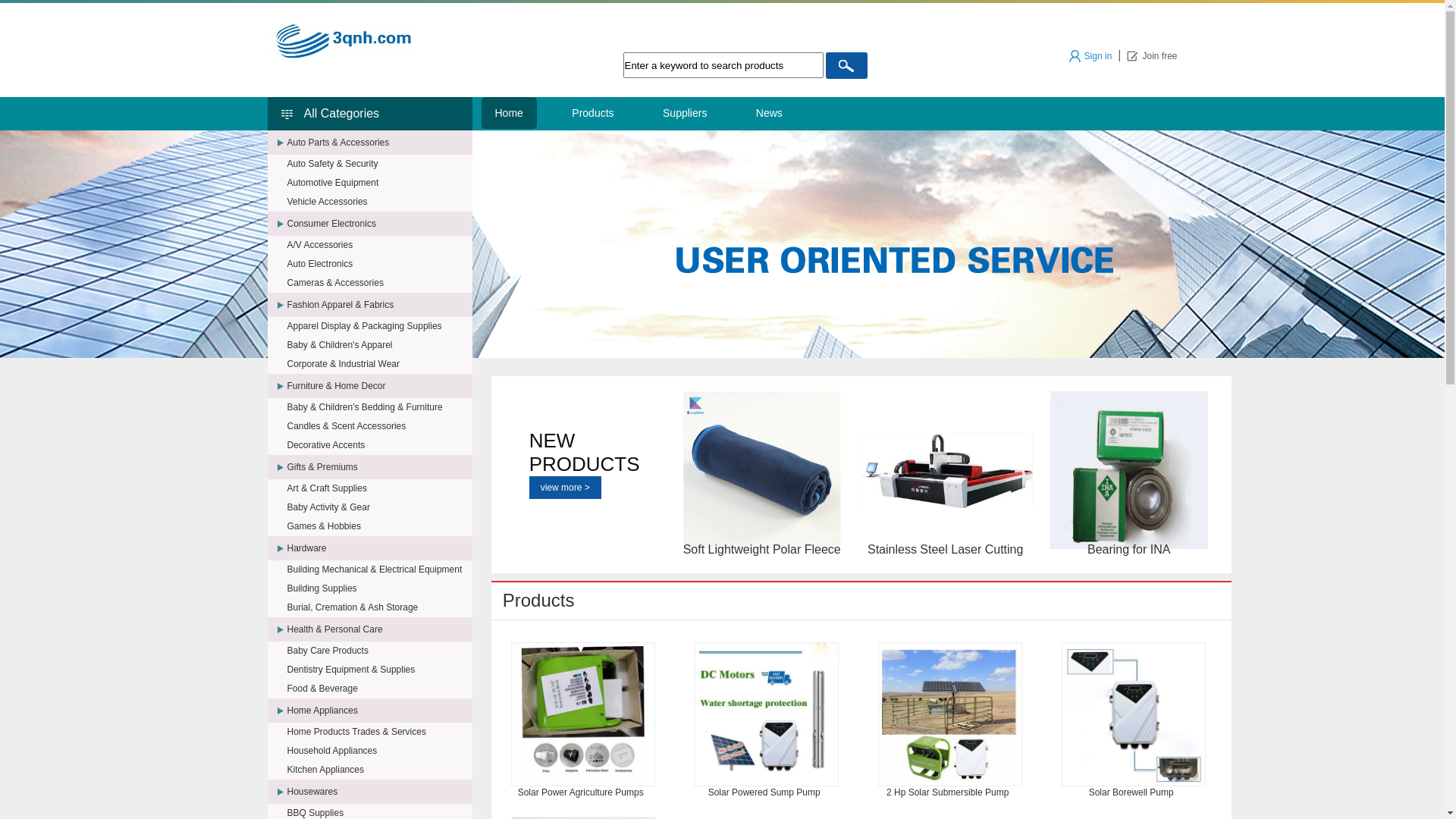 Image resolution: width=1456 pixels, height=819 pixels. What do you see at coordinates (1151, 55) in the screenshot?
I see `'Join free'` at bounding box center [1151, 55].